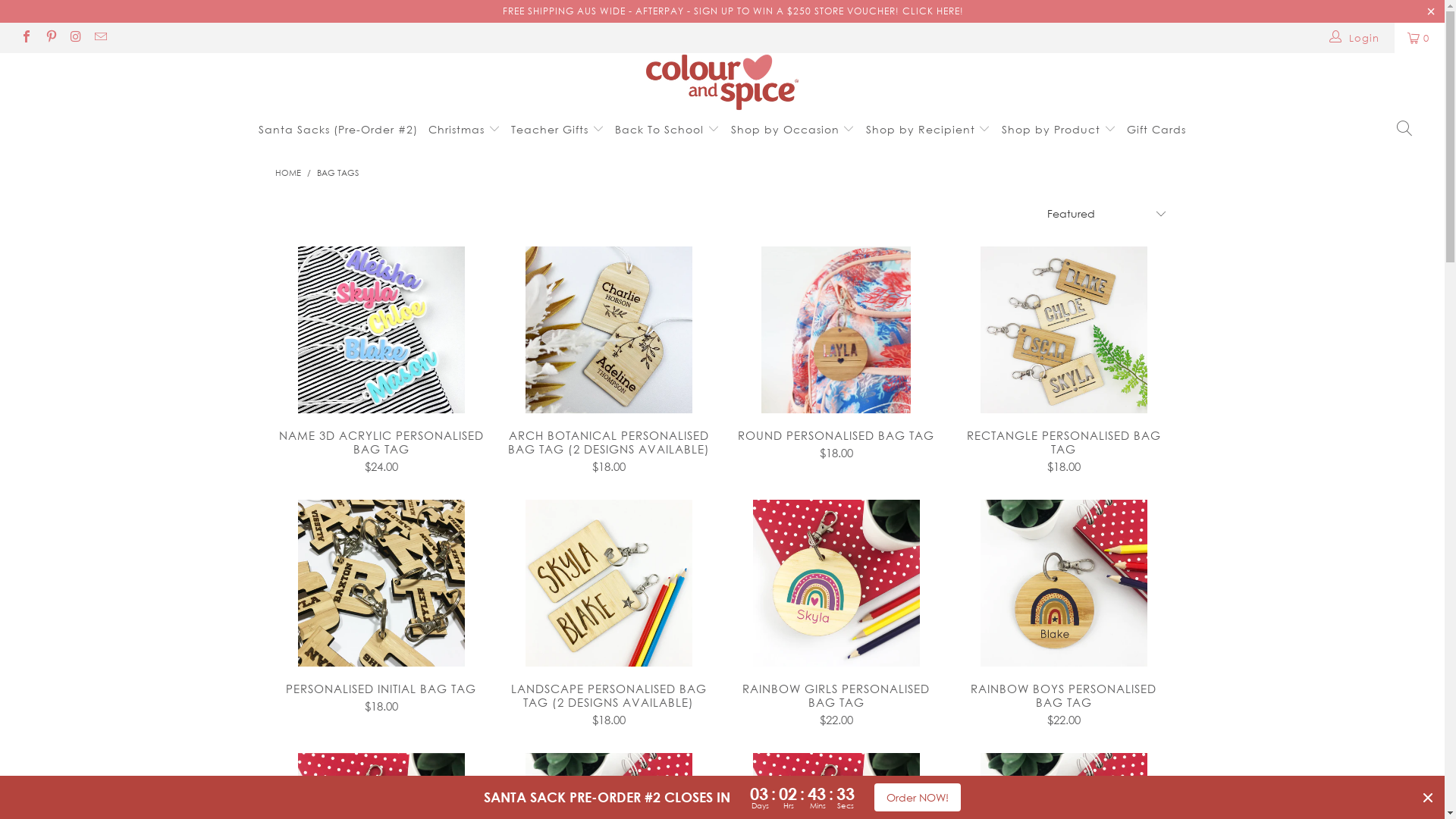 This screenshot has width=1456, height=819. Describe the element at coordinates (1404, 128) in the screenshot. I see `'Search'` at that location.